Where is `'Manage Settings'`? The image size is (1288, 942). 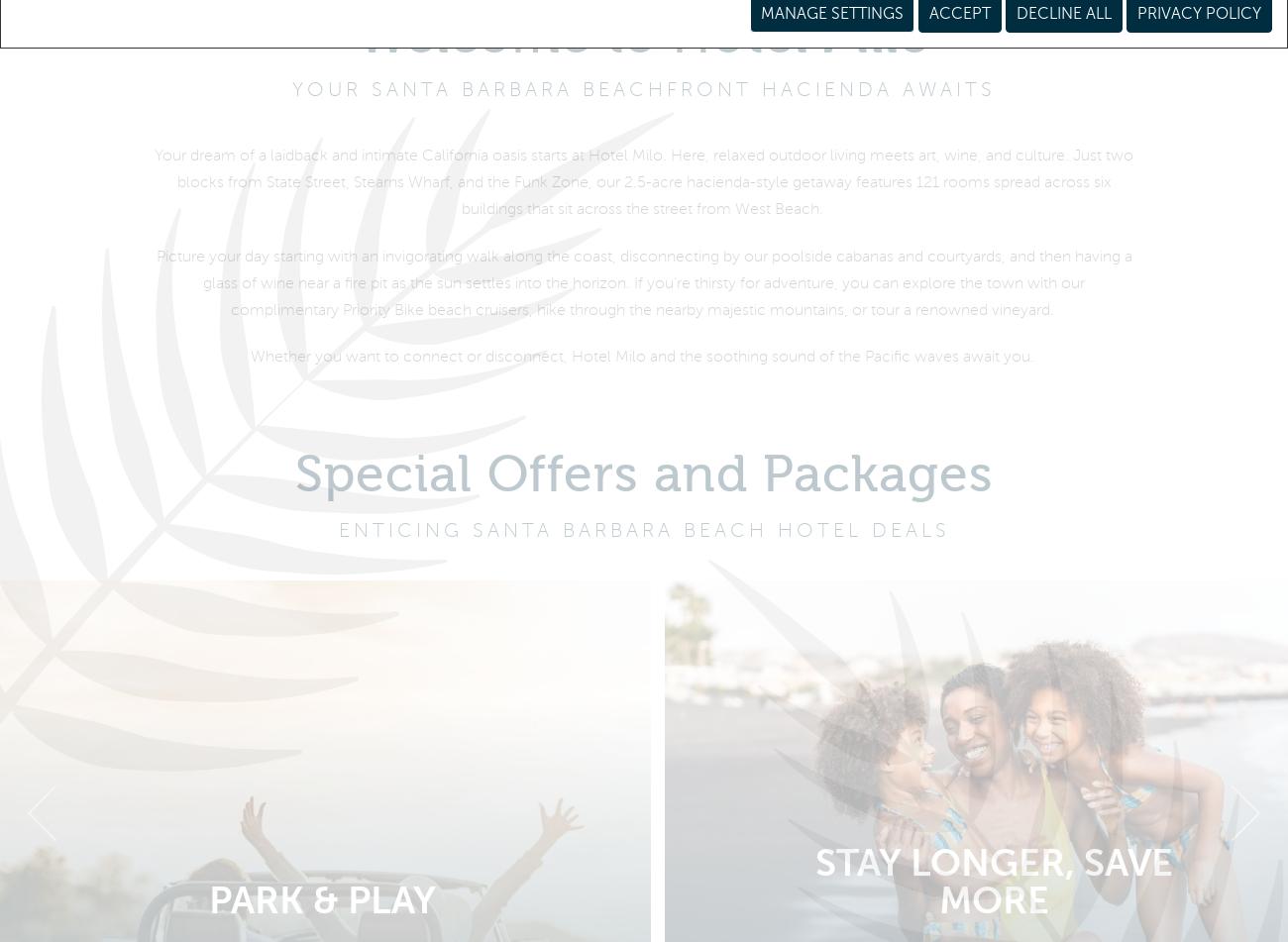
'Manage Settings' is located at coordinates (832, 12).